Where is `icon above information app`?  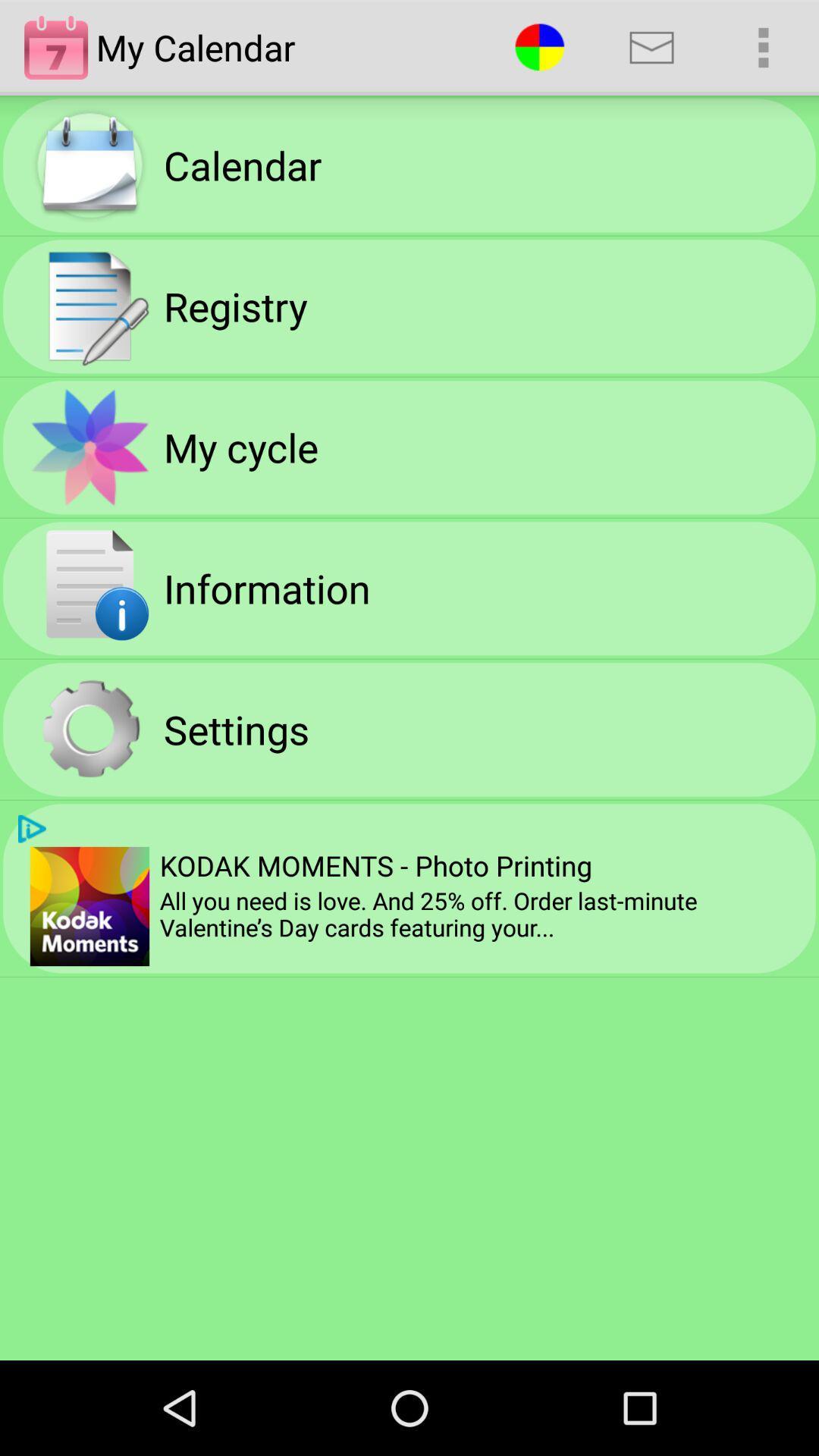 icon above information app is located at coordinates (240, 446).